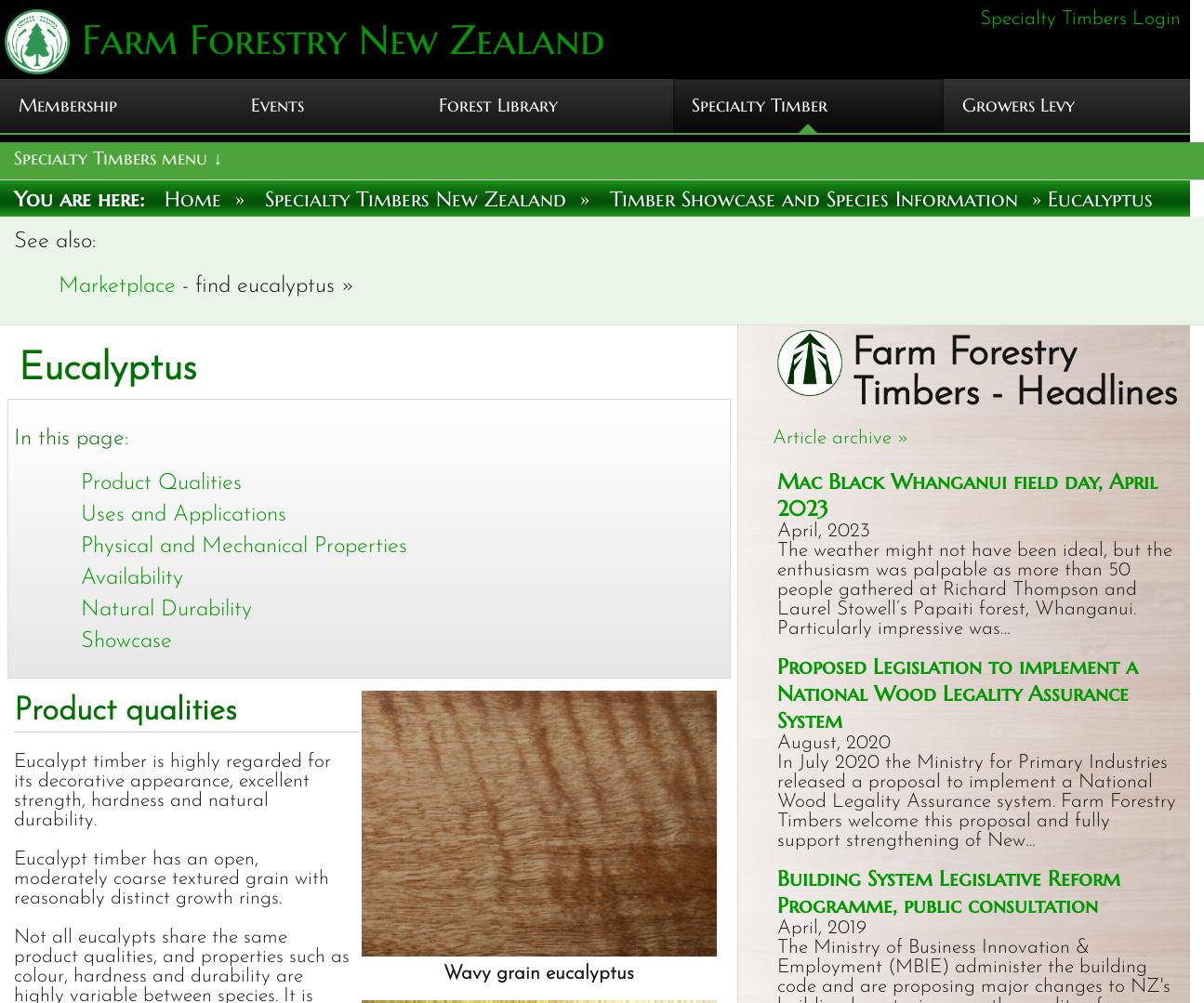 This screenshot has width=1204, height=1003. What do you see at coordinates (192, 197) in the screenshot?
I see `'Home'` at bounding box center [192, 197].